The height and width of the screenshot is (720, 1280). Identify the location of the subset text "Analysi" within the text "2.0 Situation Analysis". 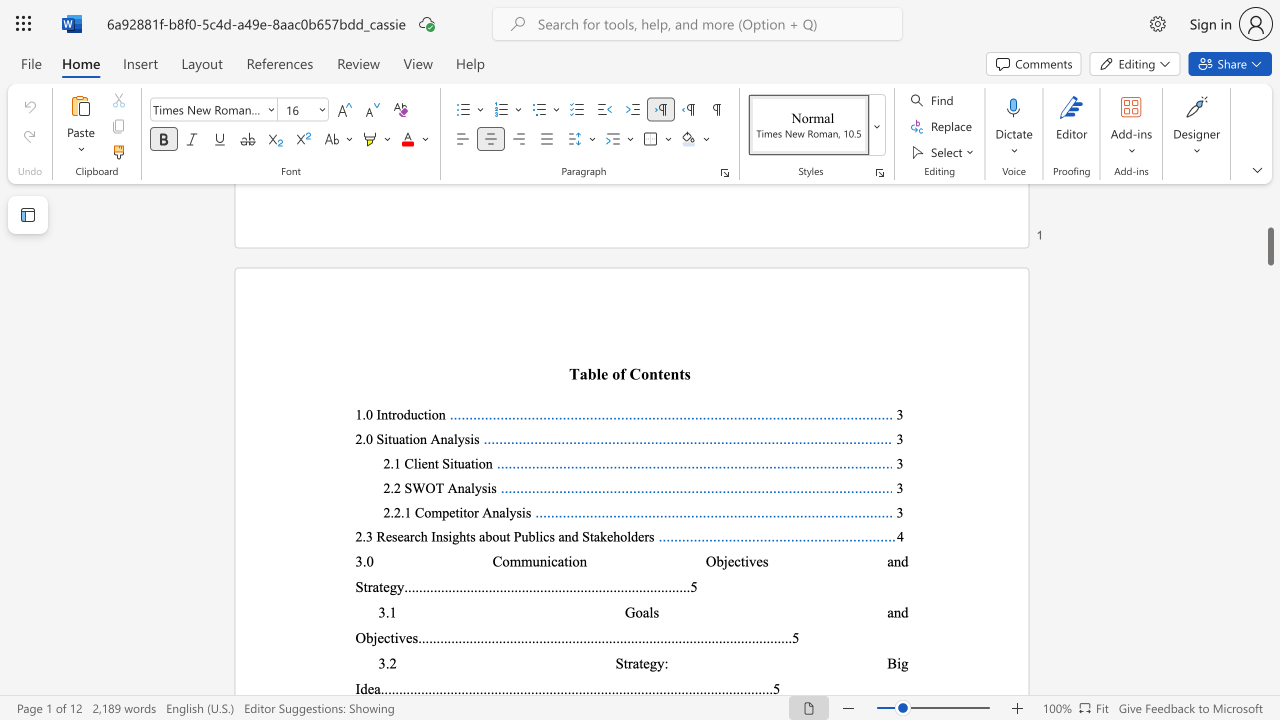
(429, 438).